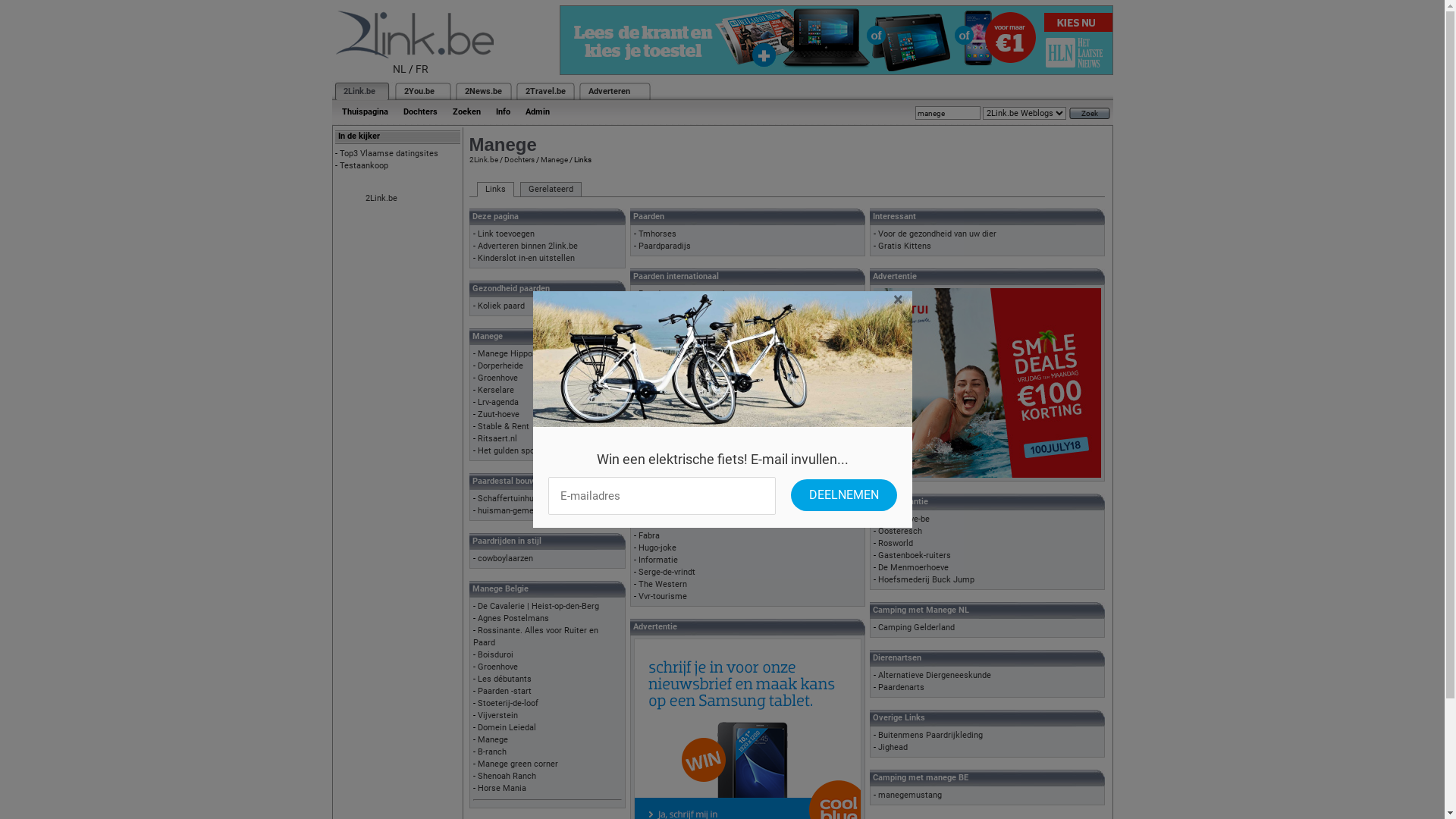 The image size is (1456, 819). What do you see at coordinates (1068, 112) in the screenshot?
I see `'Zoek'` at bounding box center [1068, 112].